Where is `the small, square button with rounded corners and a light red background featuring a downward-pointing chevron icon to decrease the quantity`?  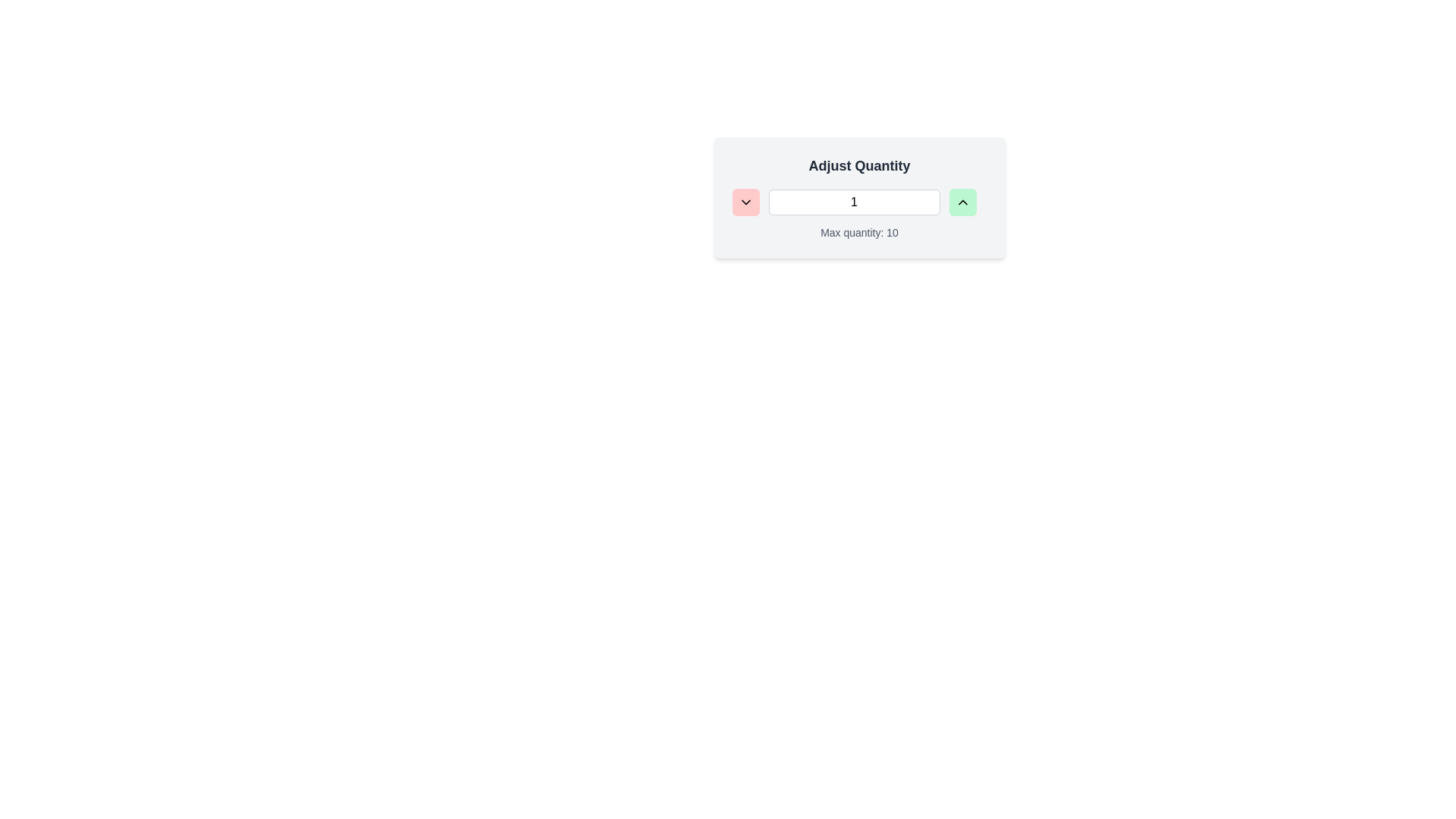
the small, square button with rounded corners and a light red background featuring a downward-pointing chevron icon to decrease the quantity is located at coordinates (745, 201).